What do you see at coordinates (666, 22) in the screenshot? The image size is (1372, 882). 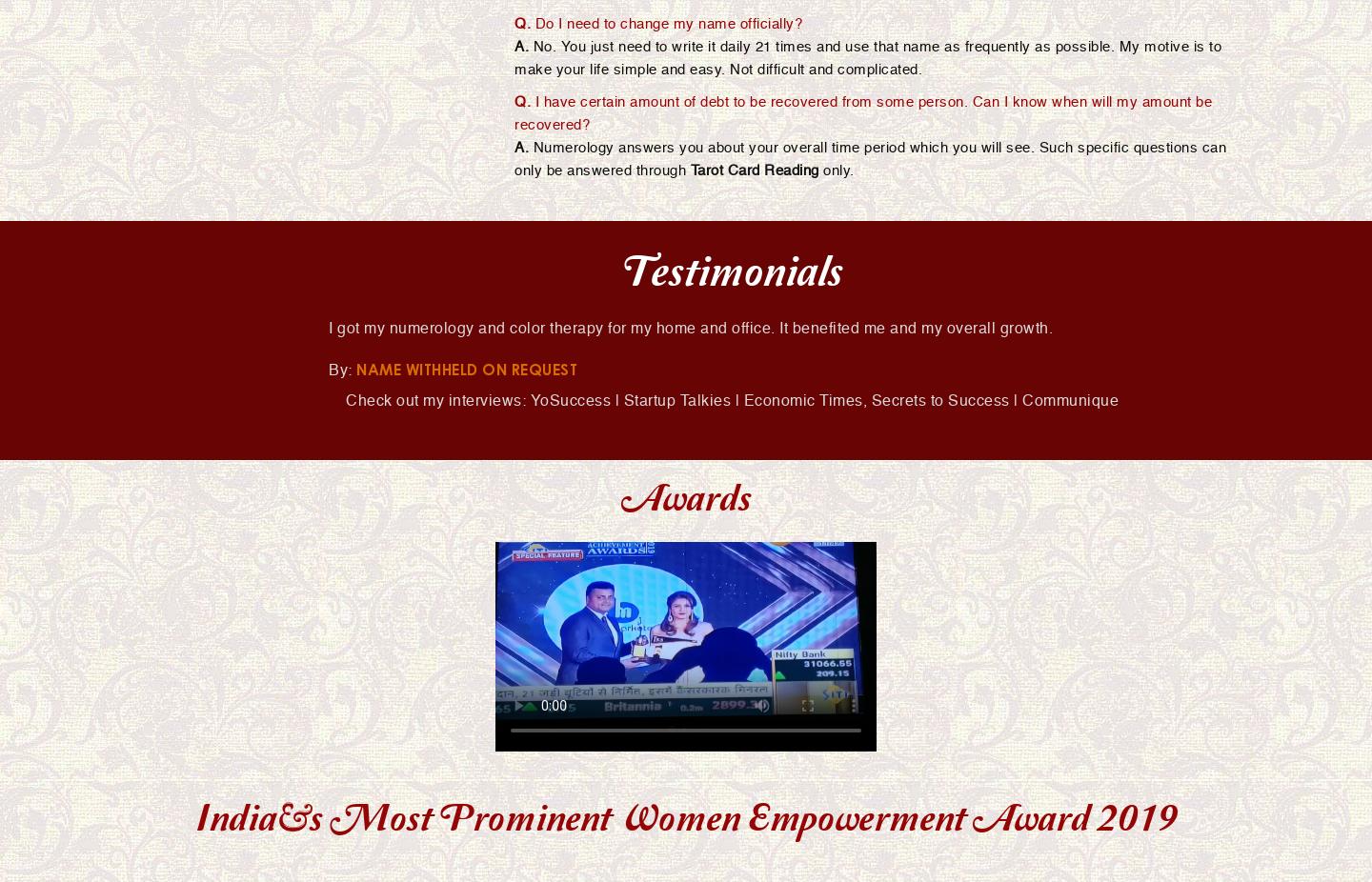 I see `'Do I need to change my name officially?'` at bounding box center [666, 22].